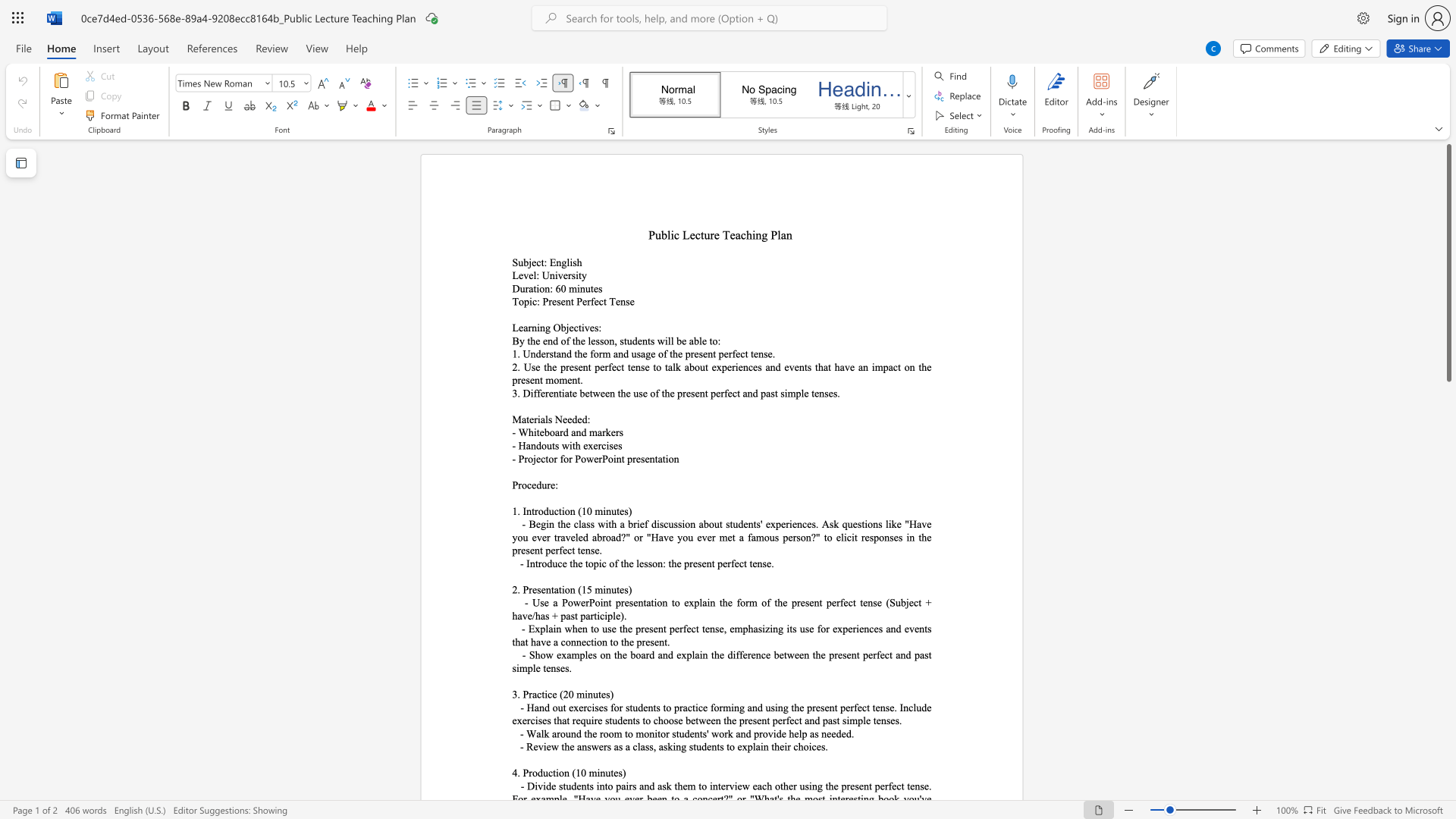 Image resolution: width=1456 pixels, height=819 pixels. What do you see at coordinates (577, 340) in the screenshot?
I see `the 2th character "h" in the text` at bounding box center [577, 340].